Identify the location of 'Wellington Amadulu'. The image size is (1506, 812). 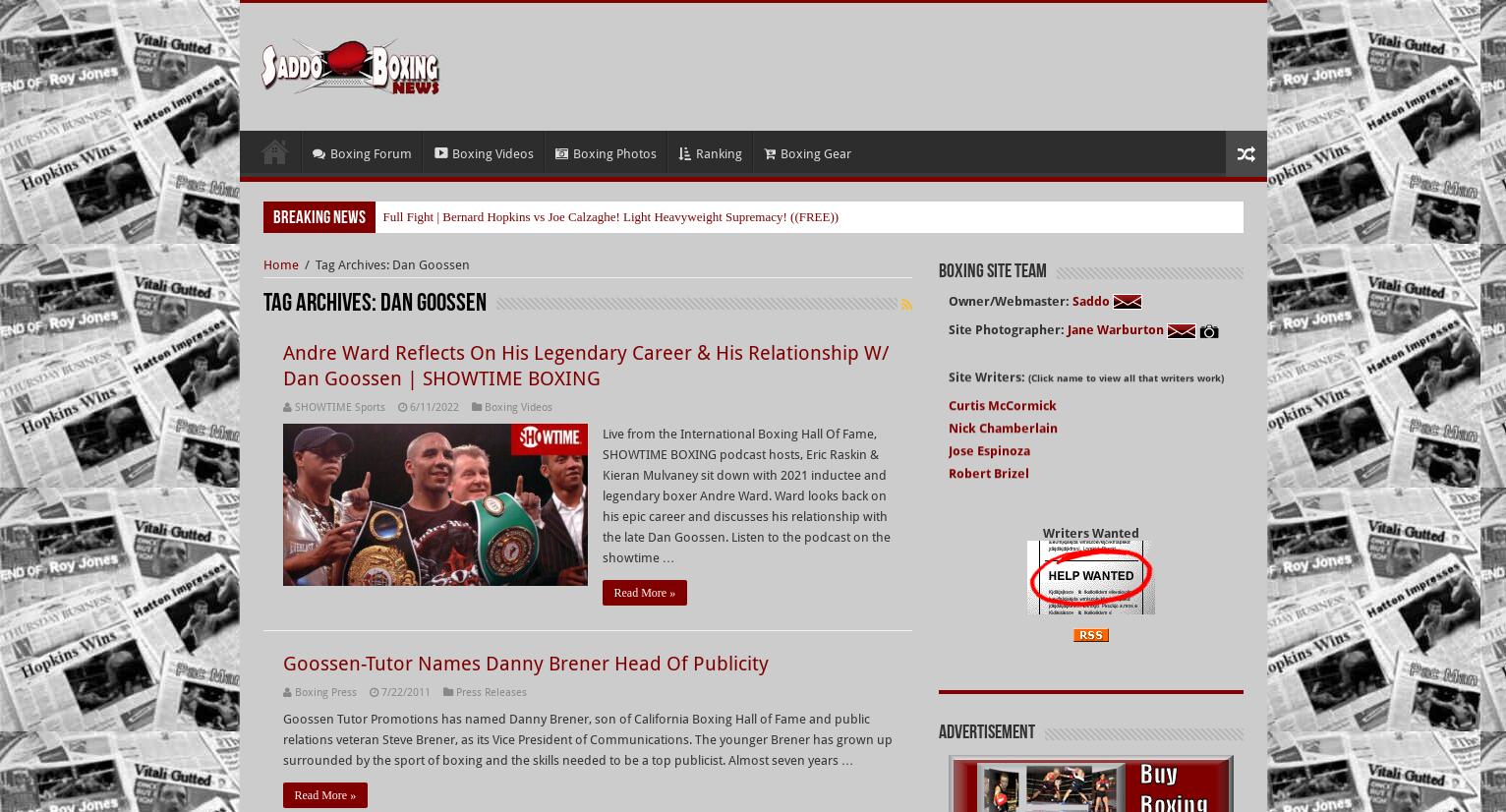
(1010, 583).